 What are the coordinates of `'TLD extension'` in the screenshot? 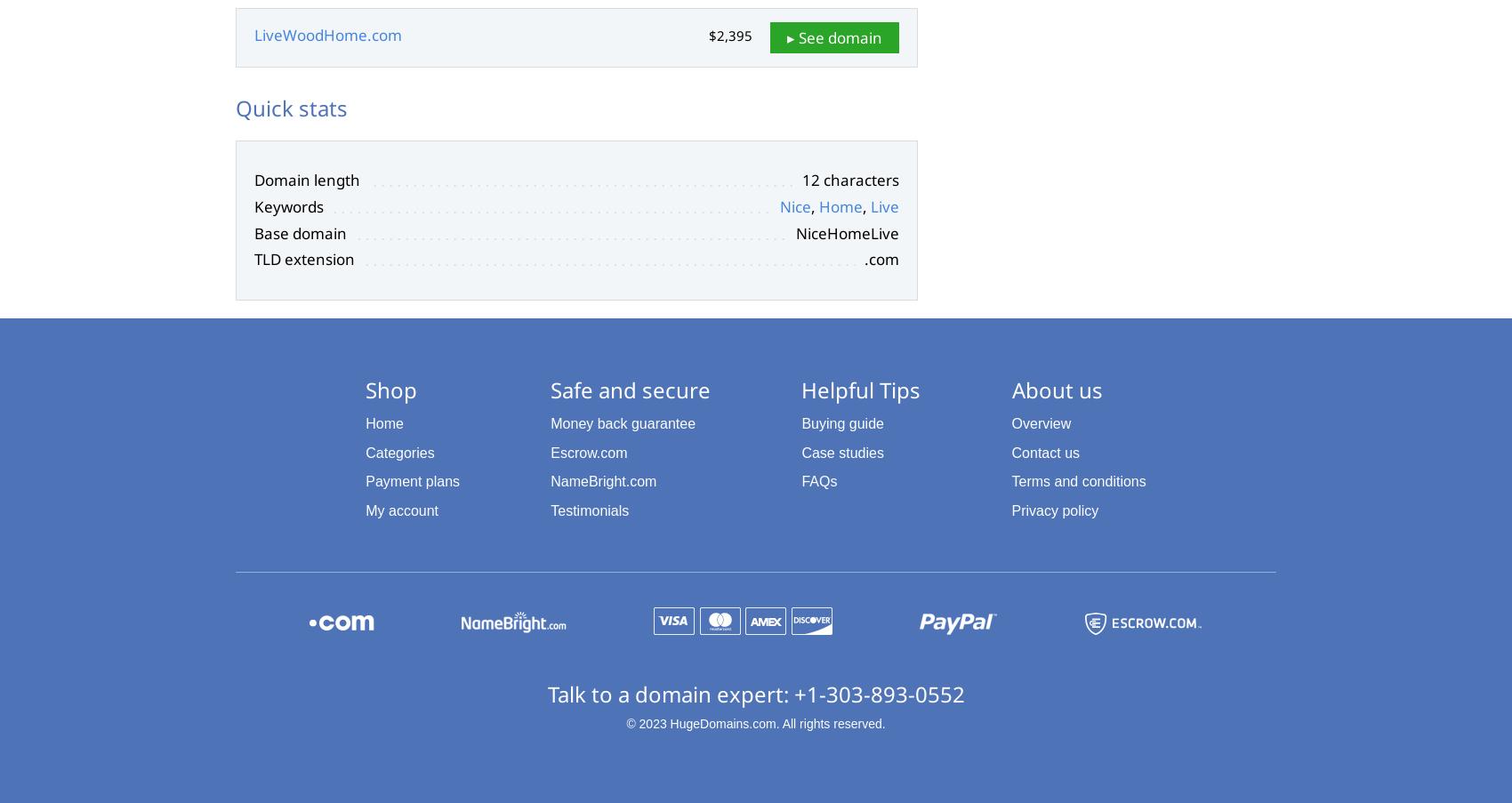 It's located at (253, 258).